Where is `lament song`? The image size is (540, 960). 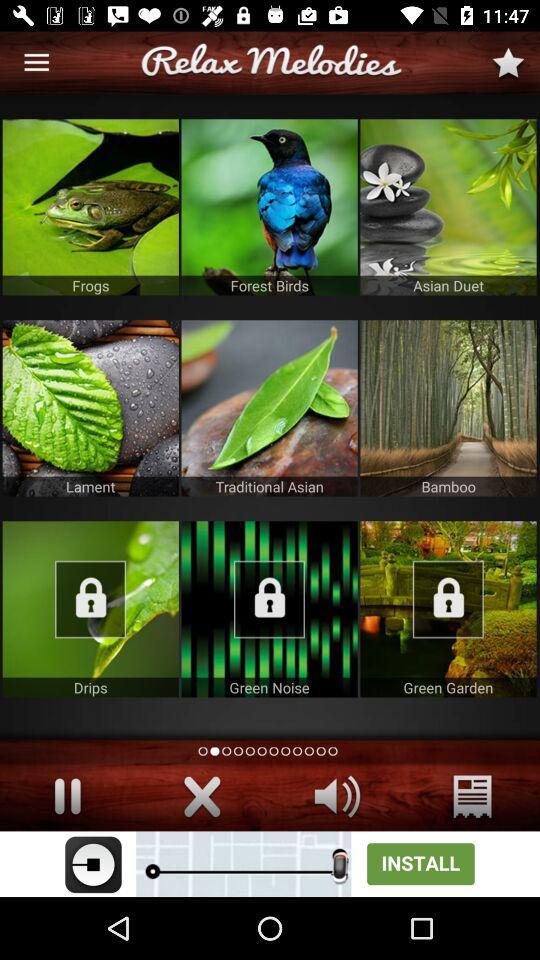
lament song is located at coordinates (89, 407).